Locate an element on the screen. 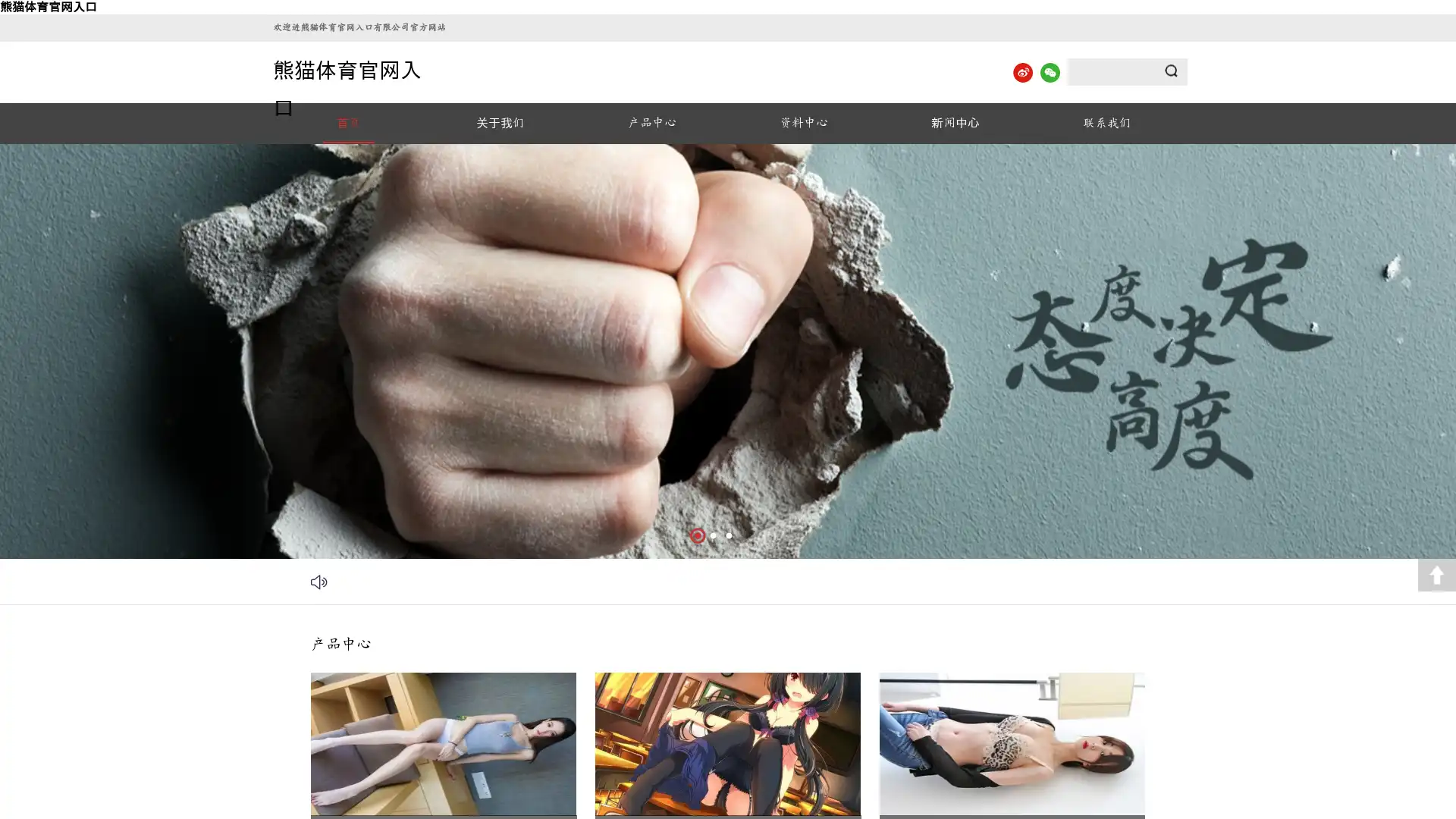  Submit is located at coordinates (1171, 71).